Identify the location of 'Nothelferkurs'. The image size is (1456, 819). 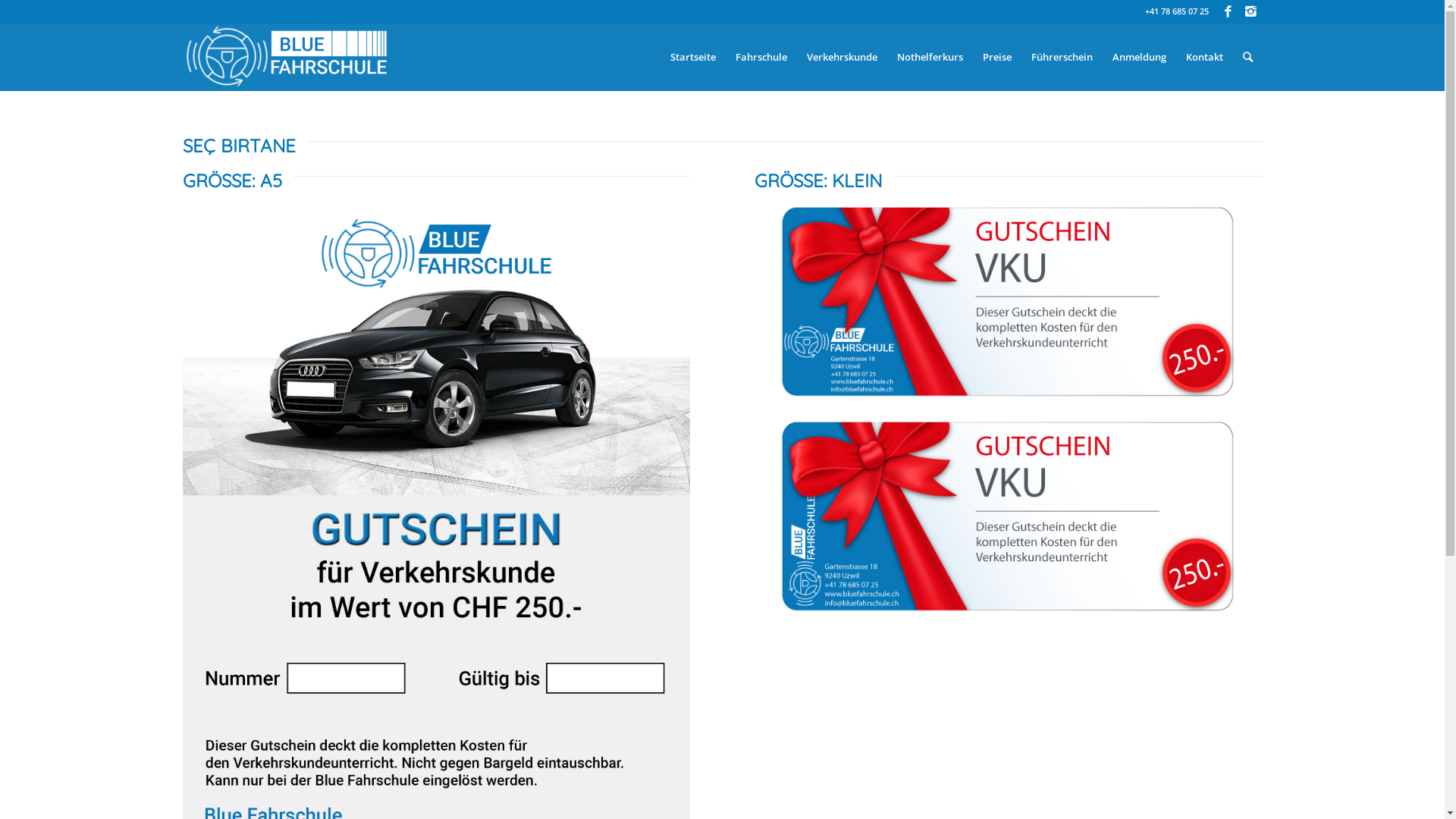
(887, 55).